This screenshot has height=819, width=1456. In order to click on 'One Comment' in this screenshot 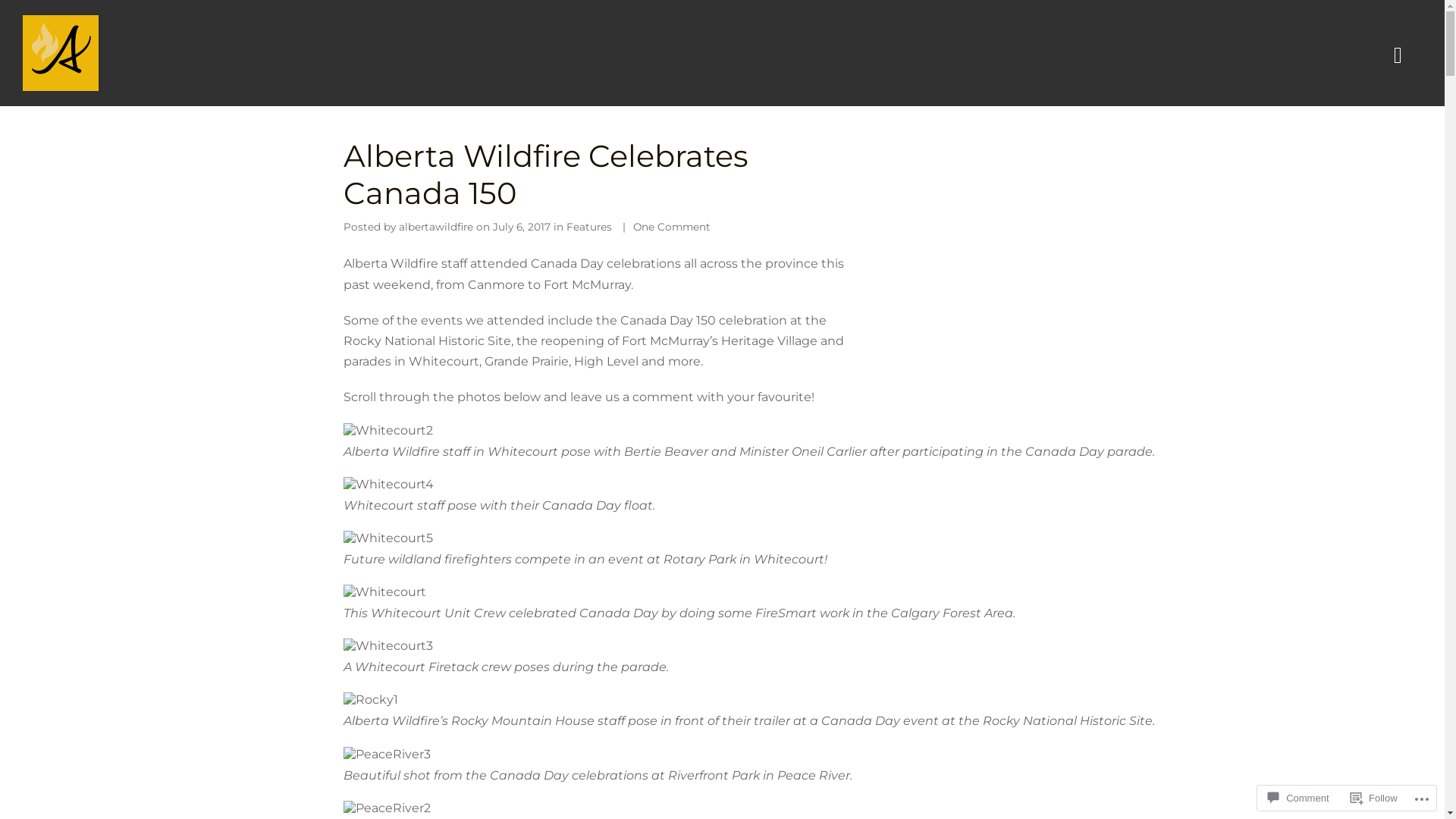, I will do `click(670, 227)`.